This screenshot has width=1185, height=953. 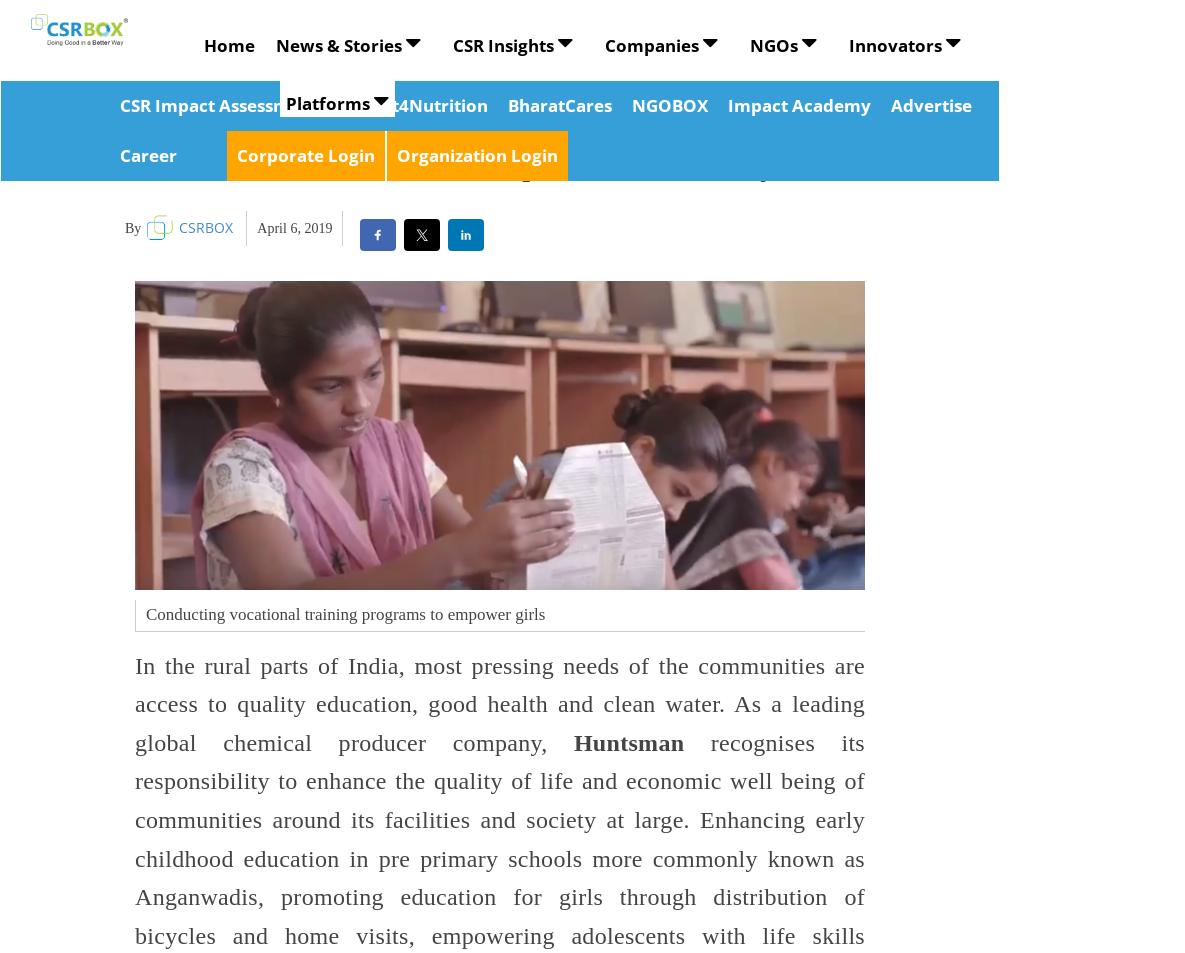 I want to click on 'Home', so click(x=202, y=44).